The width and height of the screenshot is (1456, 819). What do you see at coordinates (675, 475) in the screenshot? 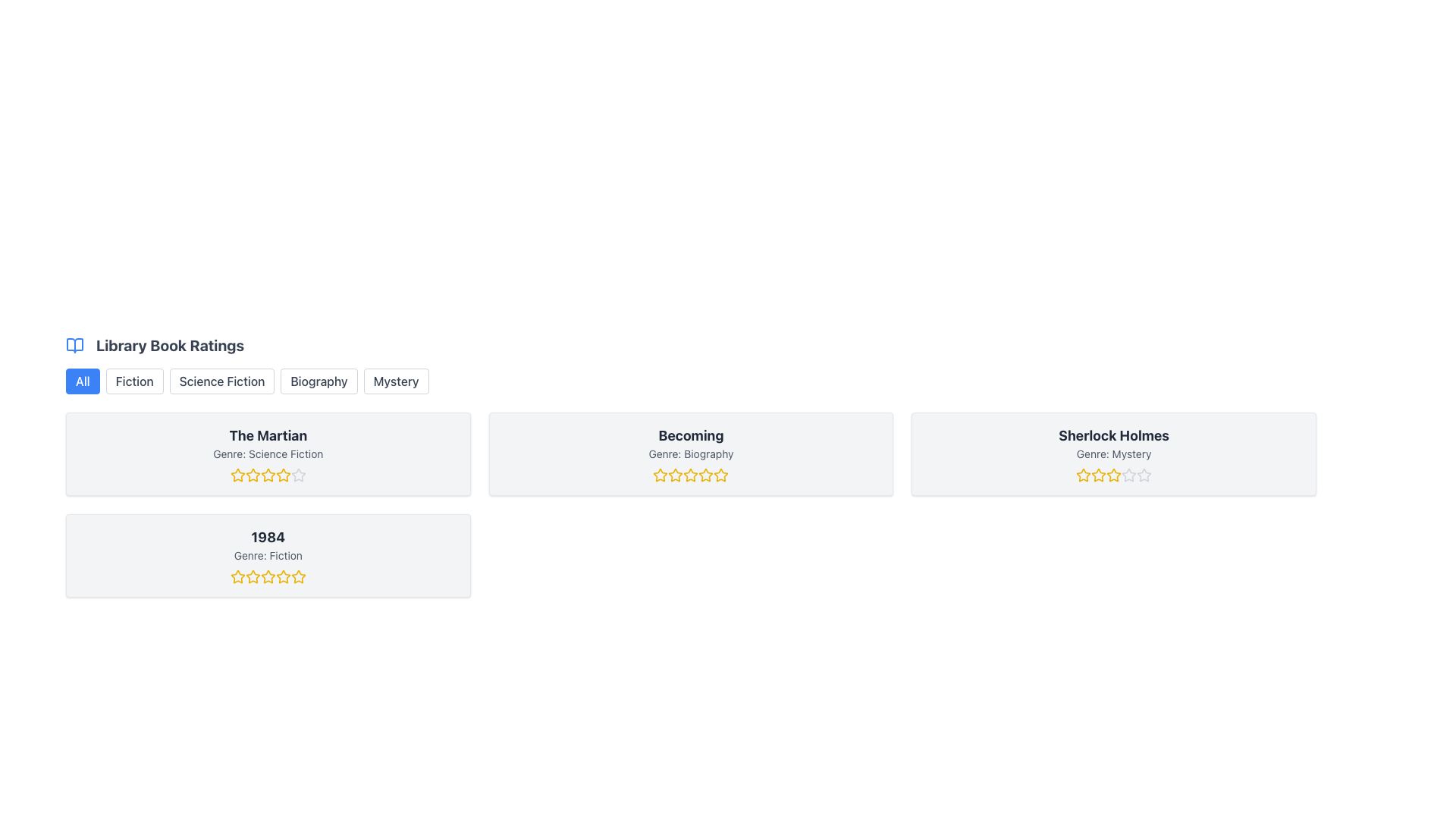
I see `the third interactive star icon in the rating row for the book 'Becoming'` at bounding box center [675, 475].